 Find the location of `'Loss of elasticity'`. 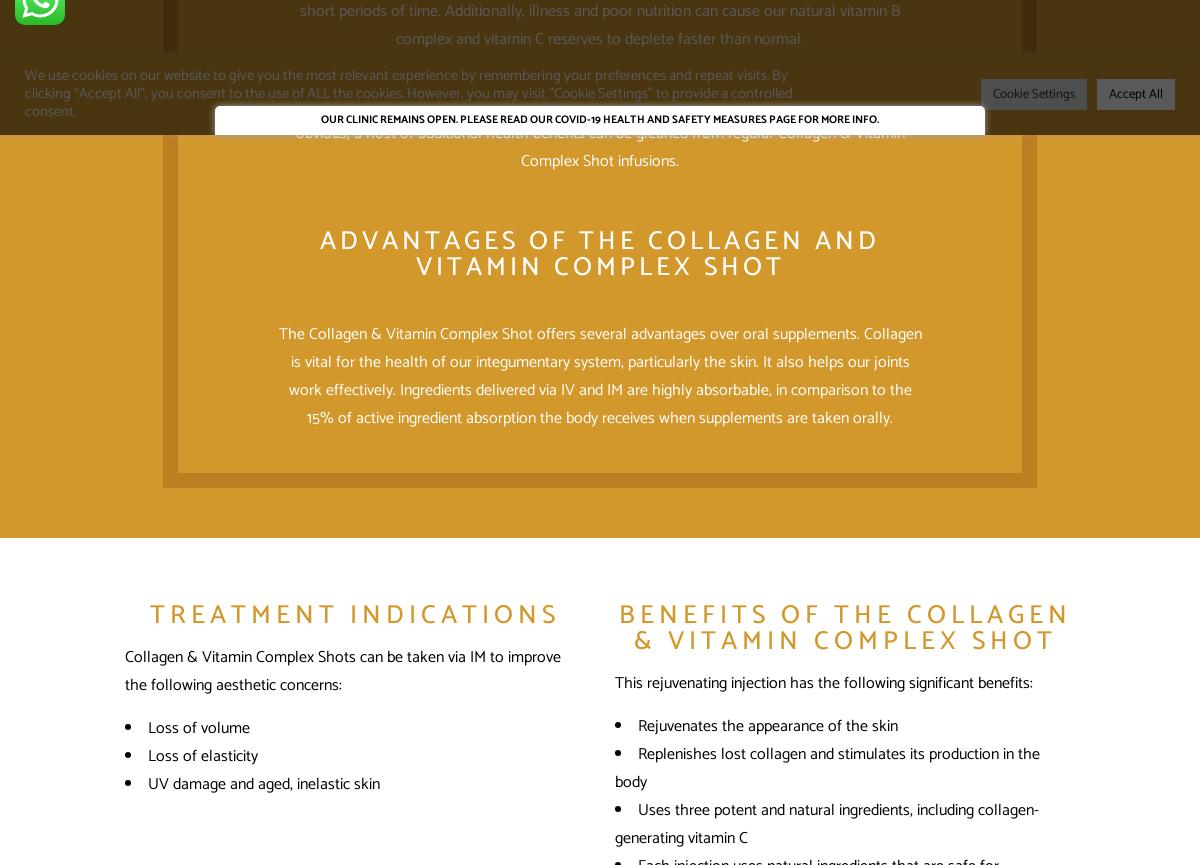

'Loss of elasticity' is located at coordinates (202, 755).